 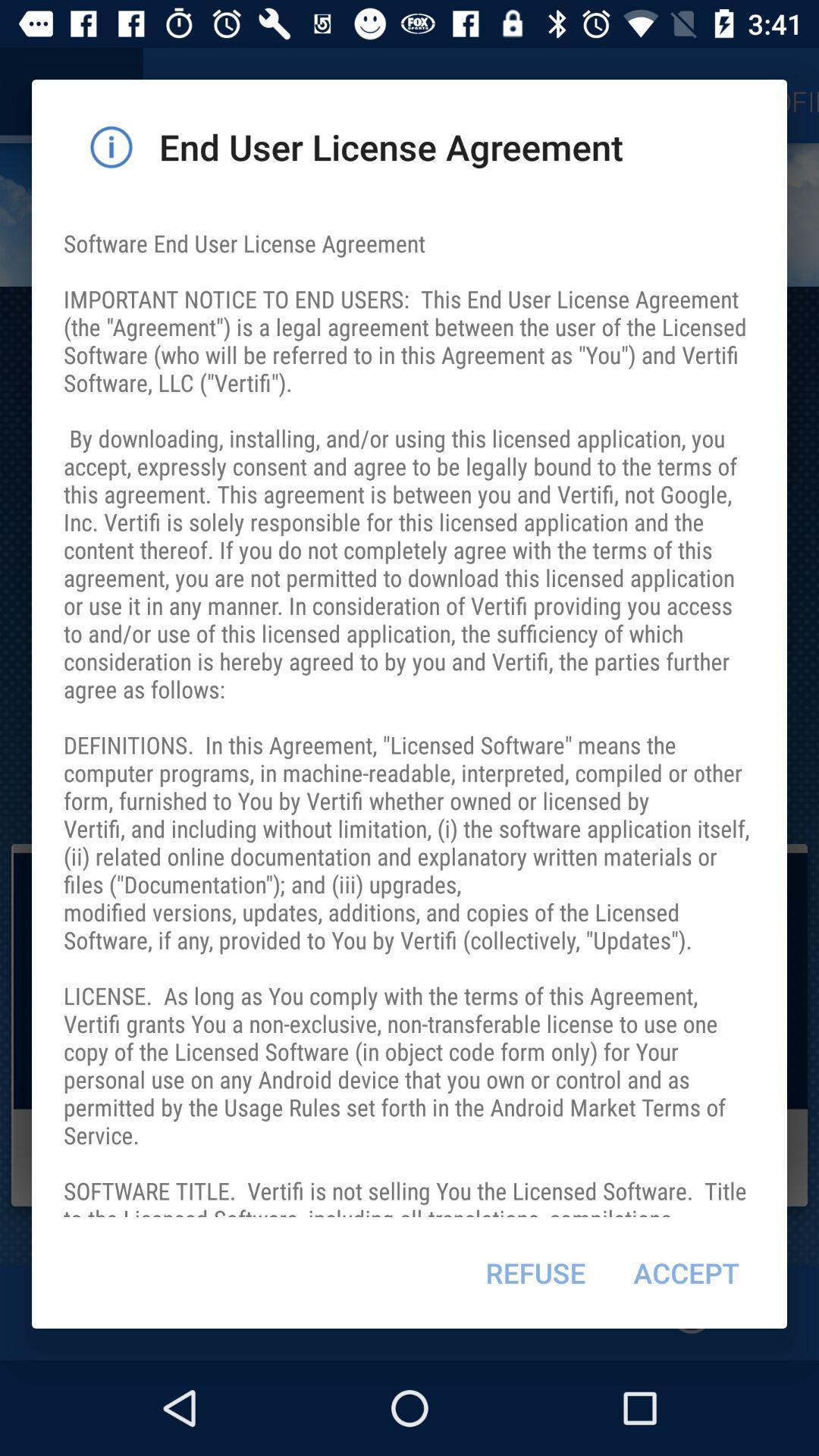 I want to click on the item at the bottom right corner, so click(x=686, y=1272).